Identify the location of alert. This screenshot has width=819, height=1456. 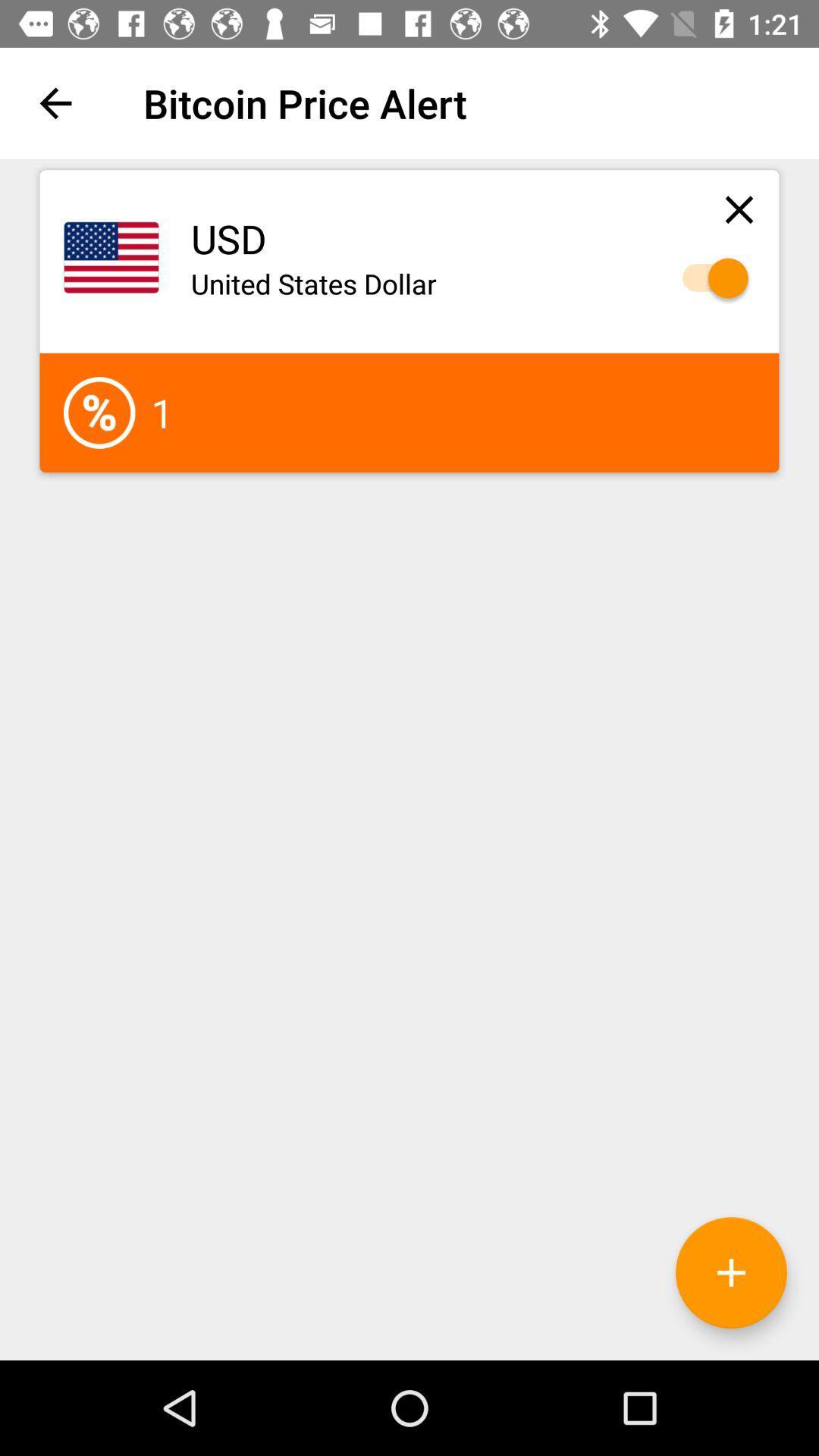
(708, 278).